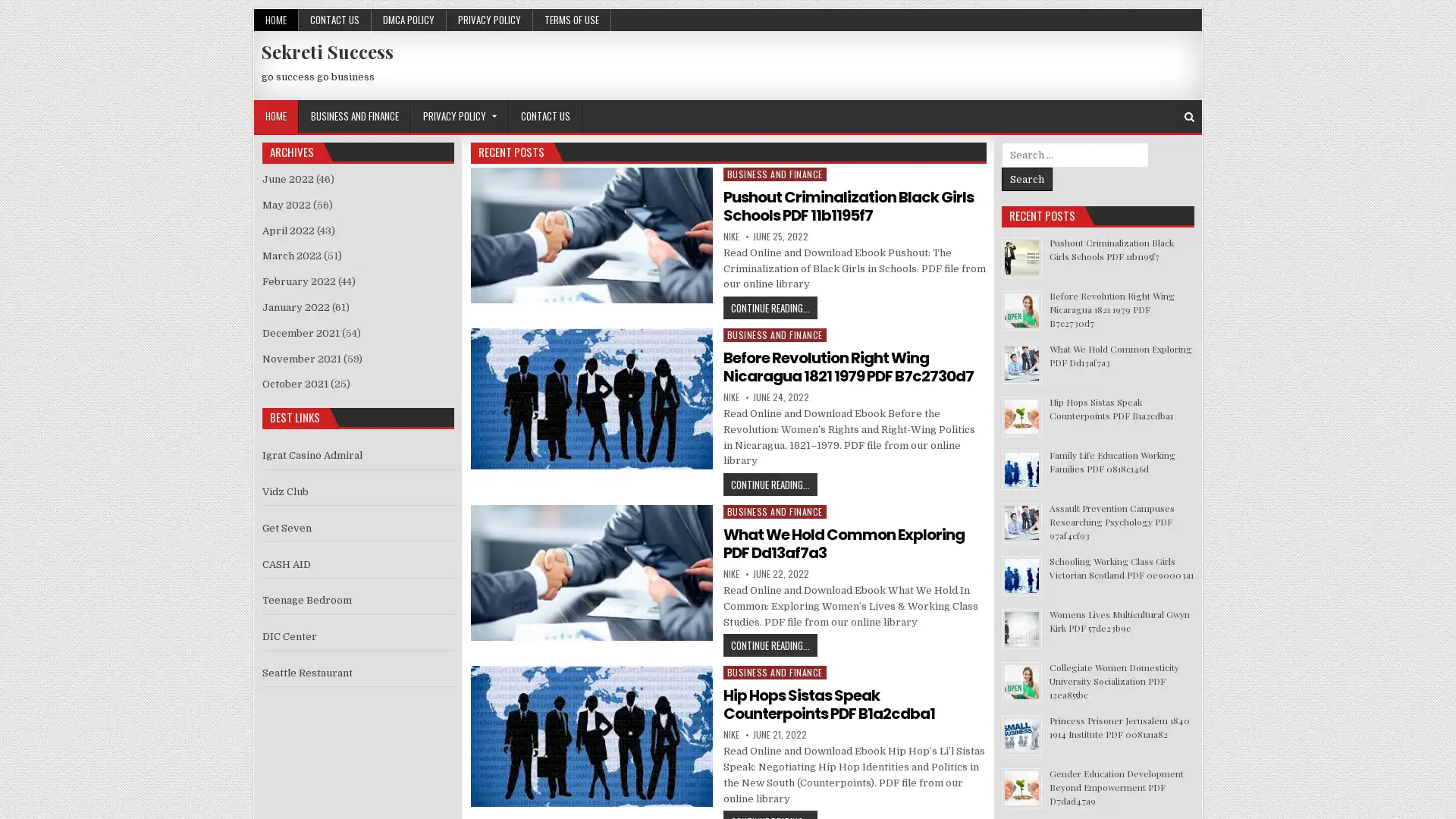 This screenshot has height=819, width=1456. Describe the element at coordinates (1027, 178) in the screenshot. I see `Search` at that location.